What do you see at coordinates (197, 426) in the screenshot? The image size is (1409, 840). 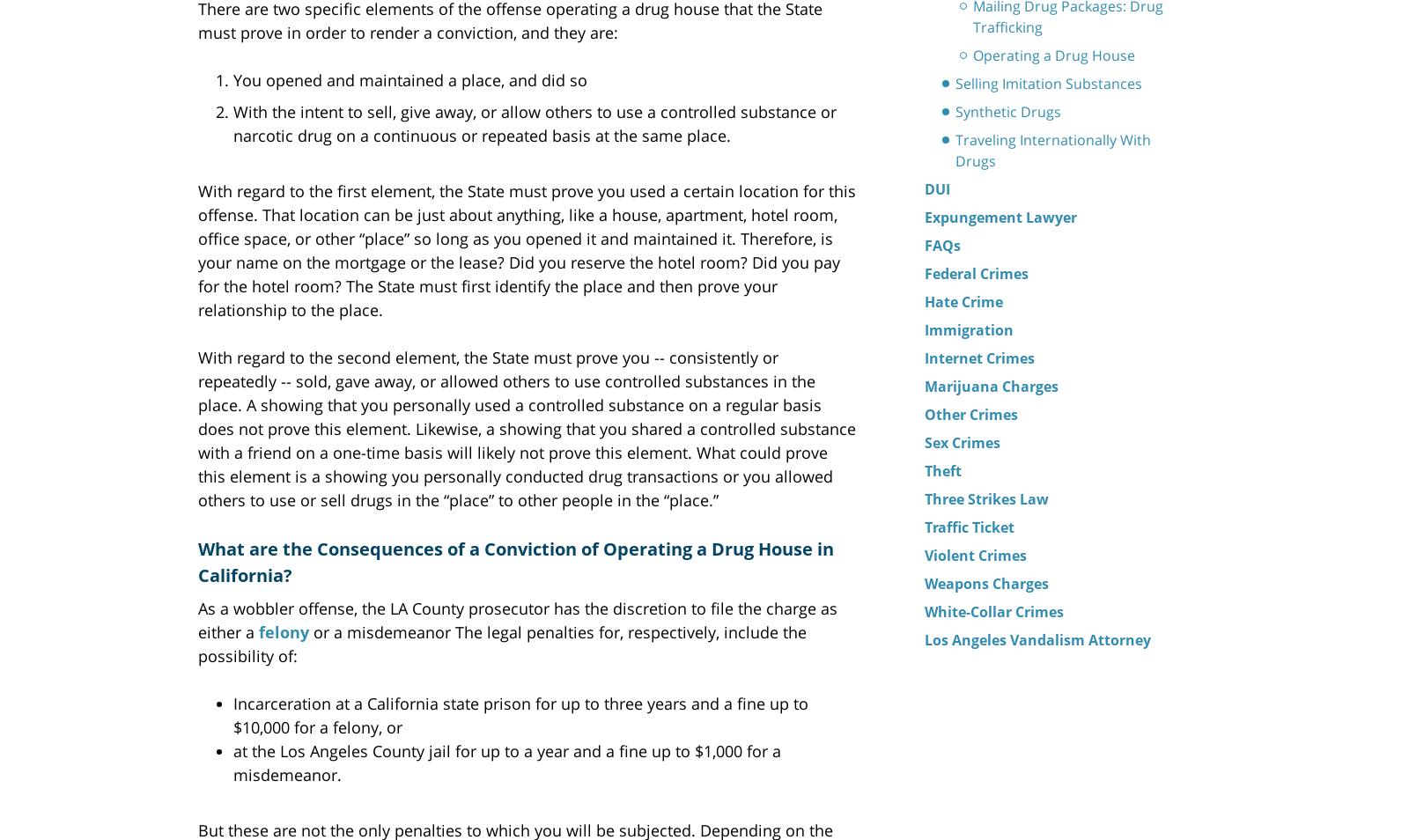 I see `'With regard to the second element, the State must prove you -- consistently or repeatedly -- sold, gave away, or allowed others to use controlled substances in the place. A showing that you personally used a controlled substance on a regular basis does not prove this element. Likewise, a showing that you shared a controlled substance with a friend on a one-time basis will likely not prove this element. What could prove this element is a showing you personally conducted drug transactions or you allowed others to use or sell drugs in the “place” to other people in the “place.”'` at bounding box center [197, 426].